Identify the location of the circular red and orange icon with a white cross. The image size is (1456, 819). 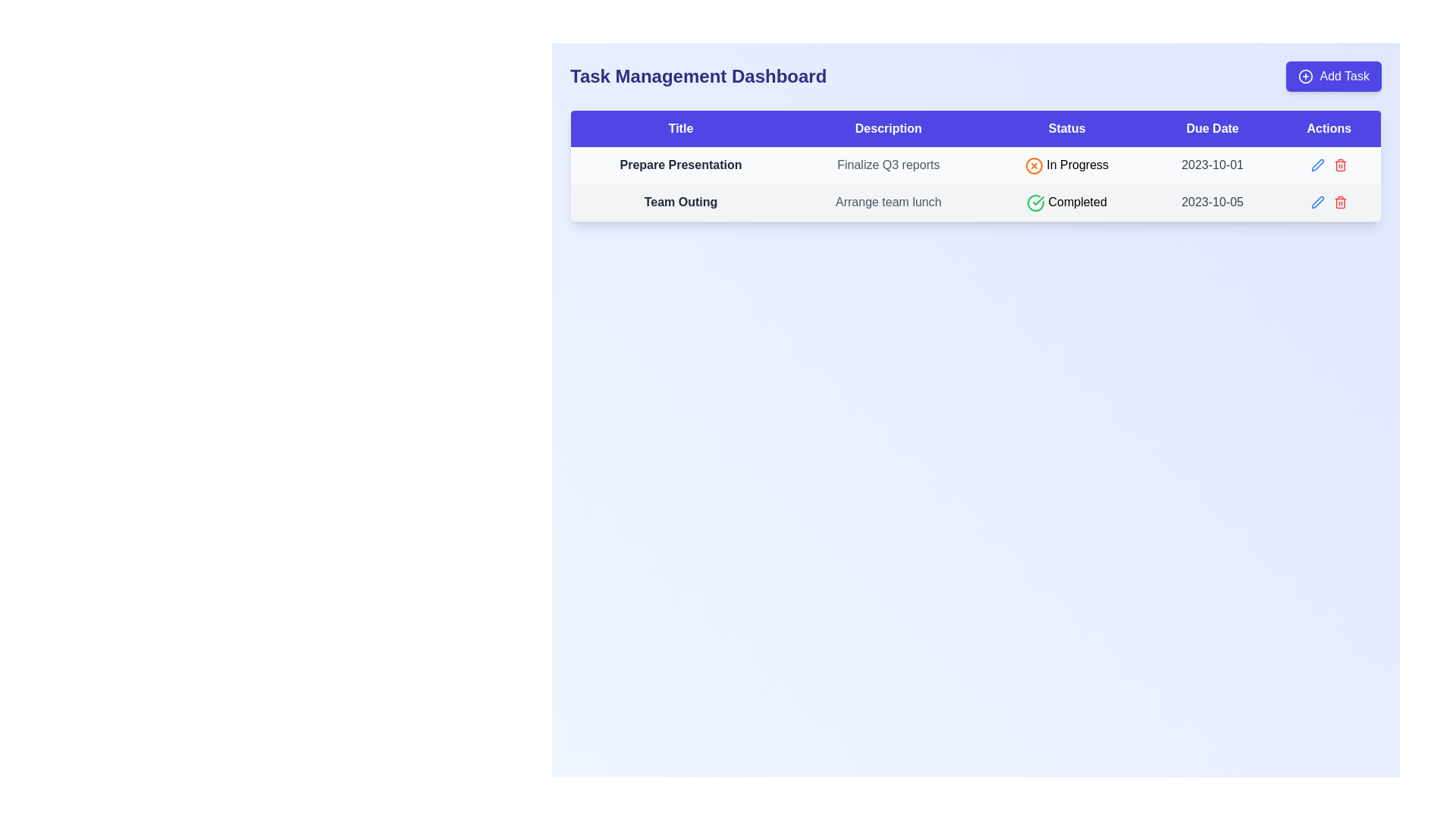
(1034, 165).